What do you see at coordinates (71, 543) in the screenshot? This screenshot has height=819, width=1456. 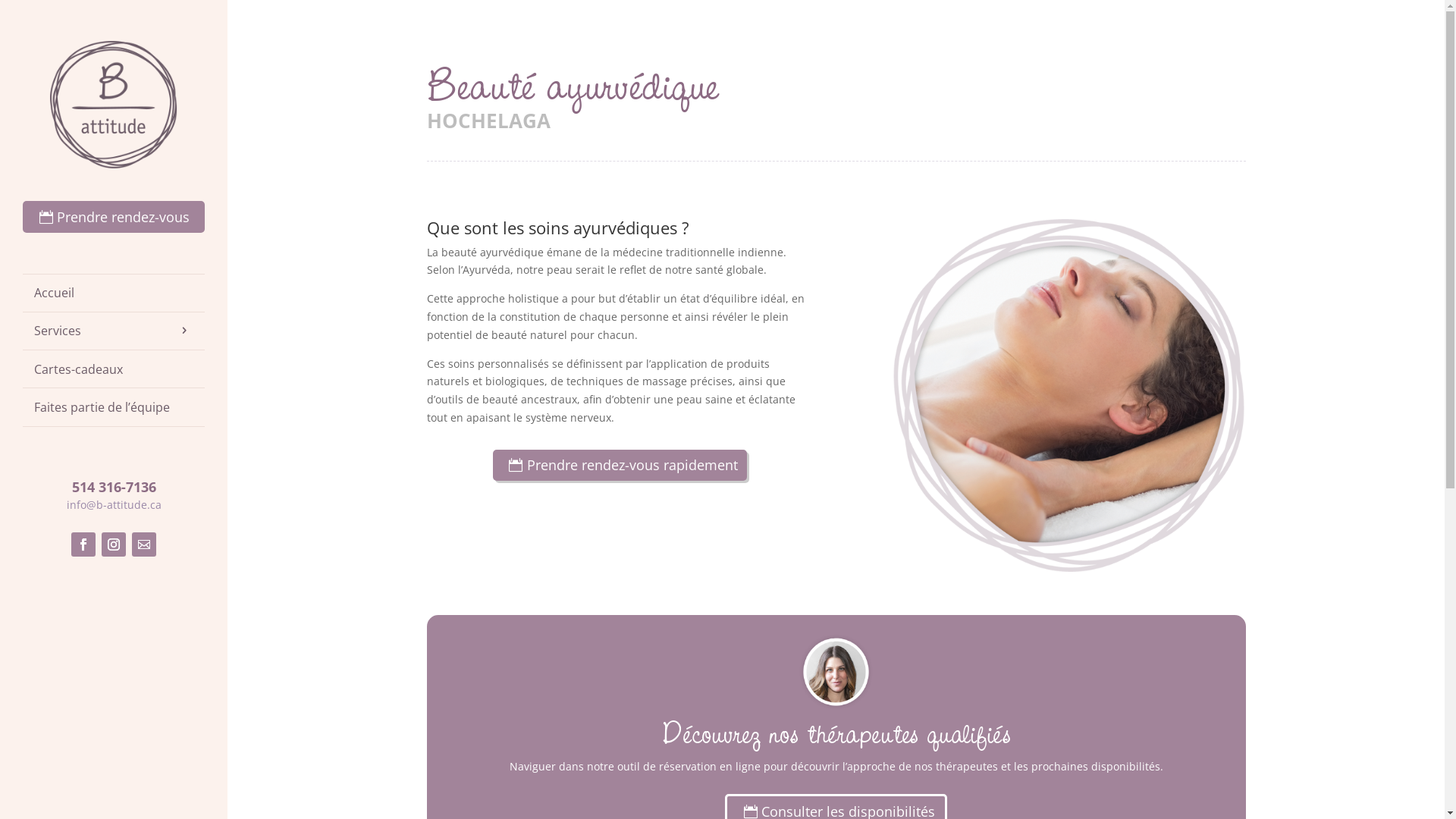 I see `'Suivez sur Facebook'` at bounding box center [71, 543].